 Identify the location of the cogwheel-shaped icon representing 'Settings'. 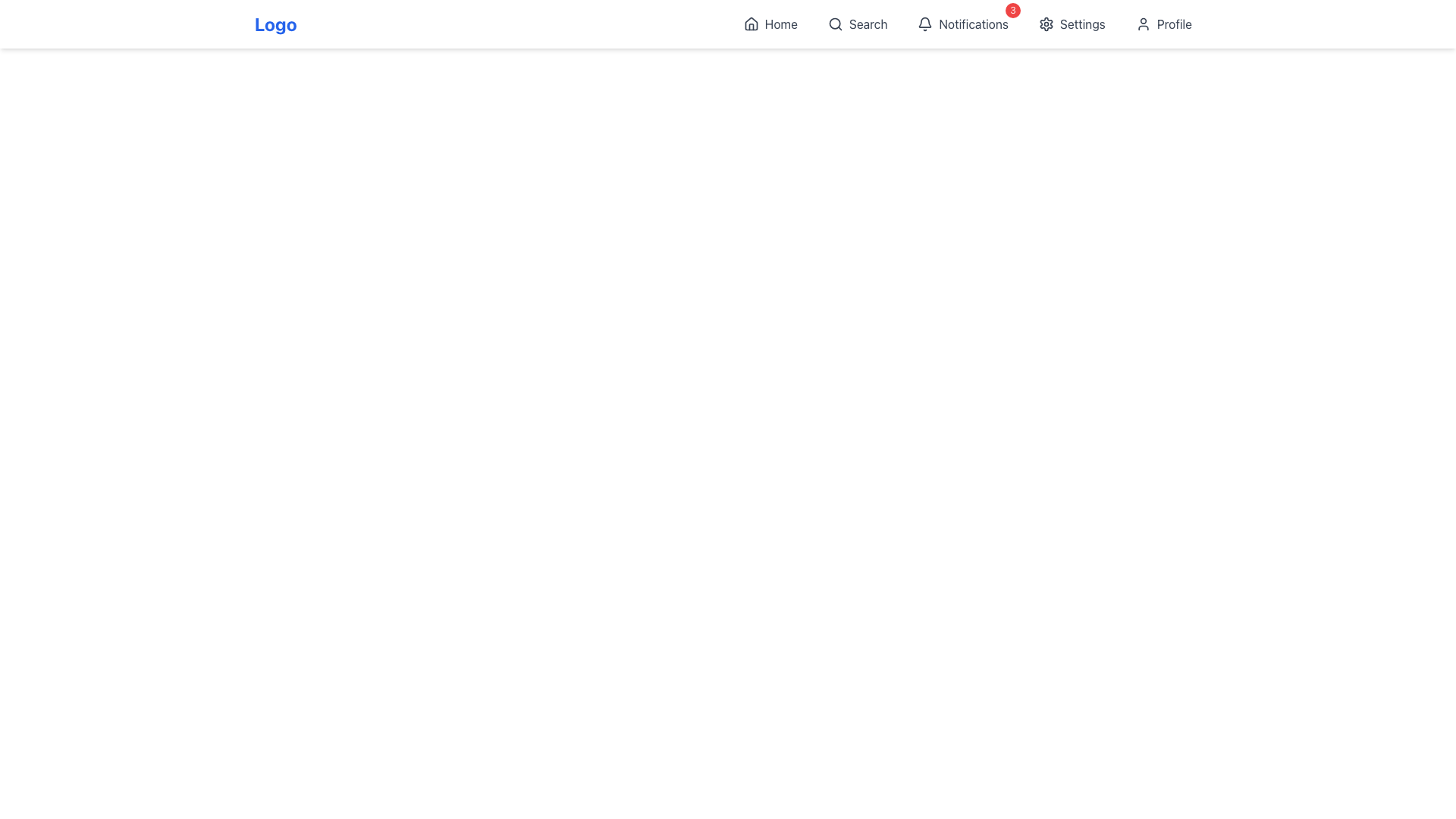
(1045, 24).